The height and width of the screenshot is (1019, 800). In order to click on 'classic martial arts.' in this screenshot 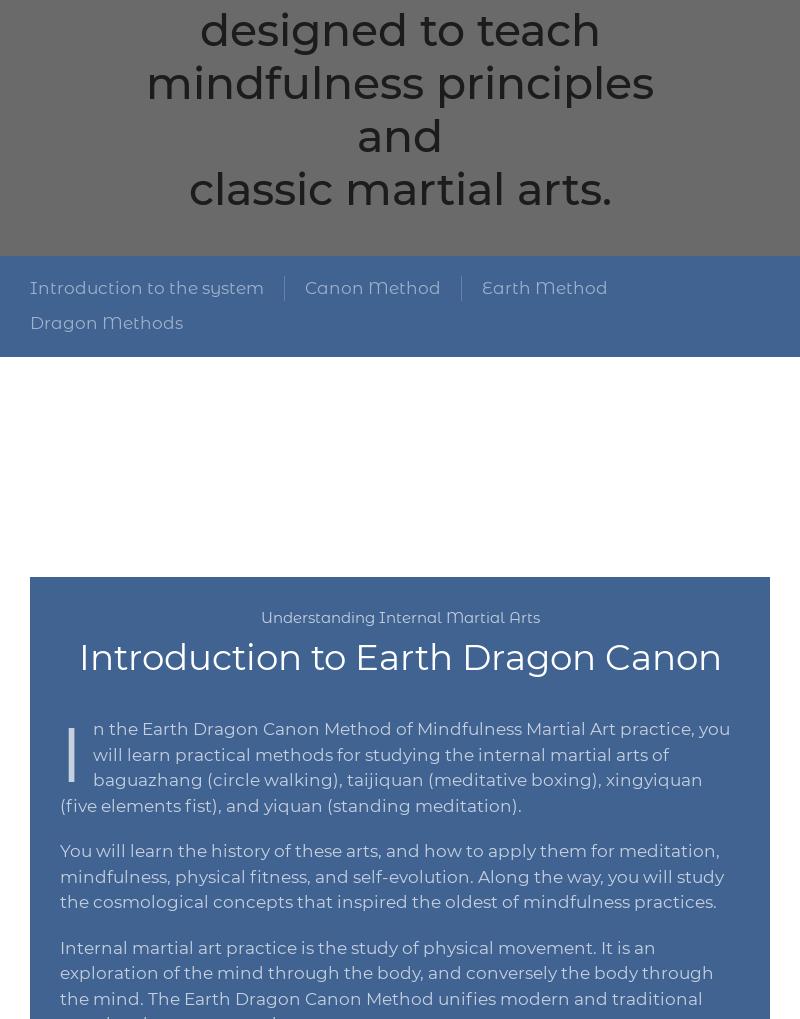, I will do `click(187, 187)`.